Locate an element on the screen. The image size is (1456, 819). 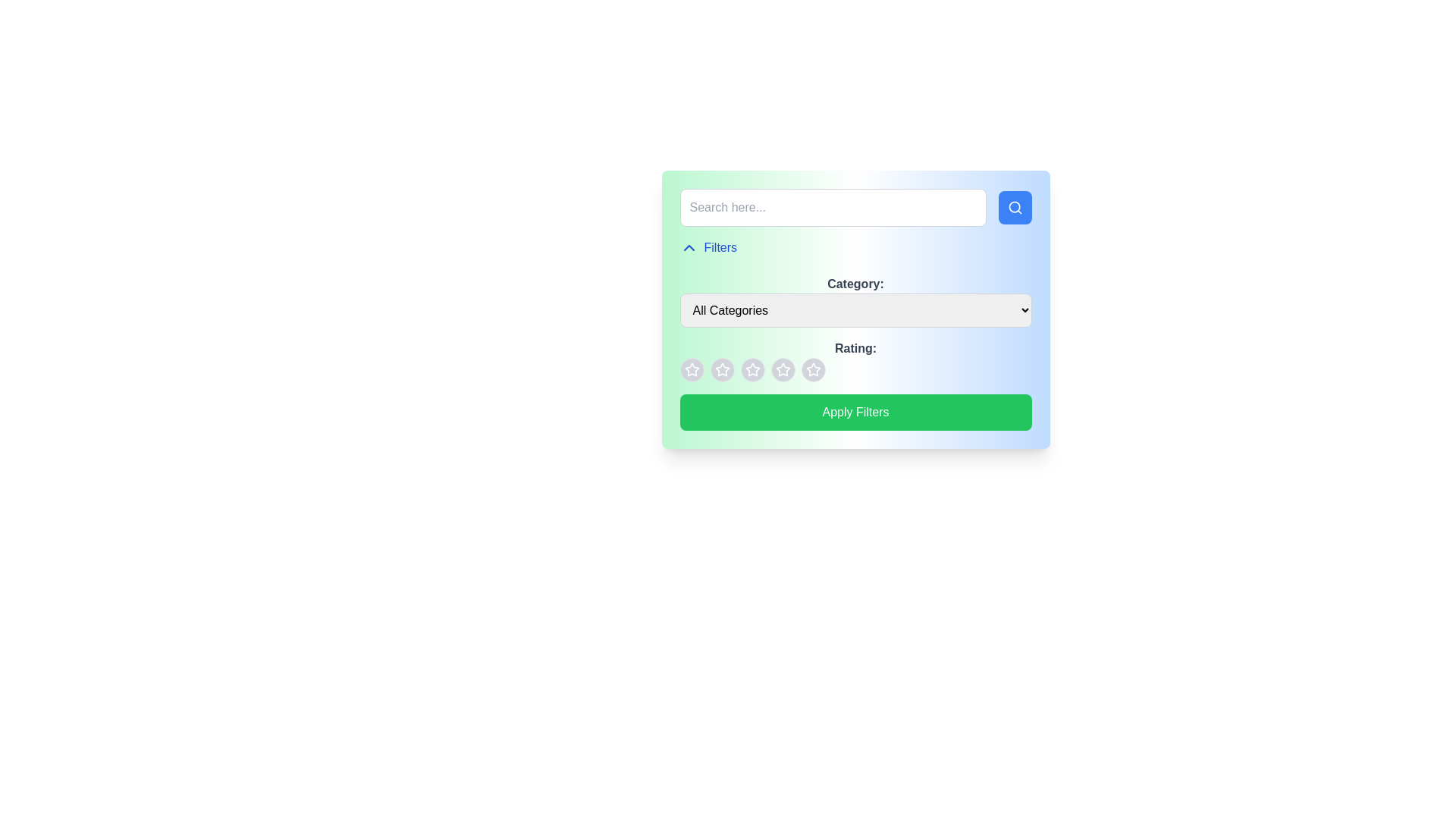
the fifth circular rating button located below the 'Rating:' label in the filtering panel is located at coordinates (812, 370).